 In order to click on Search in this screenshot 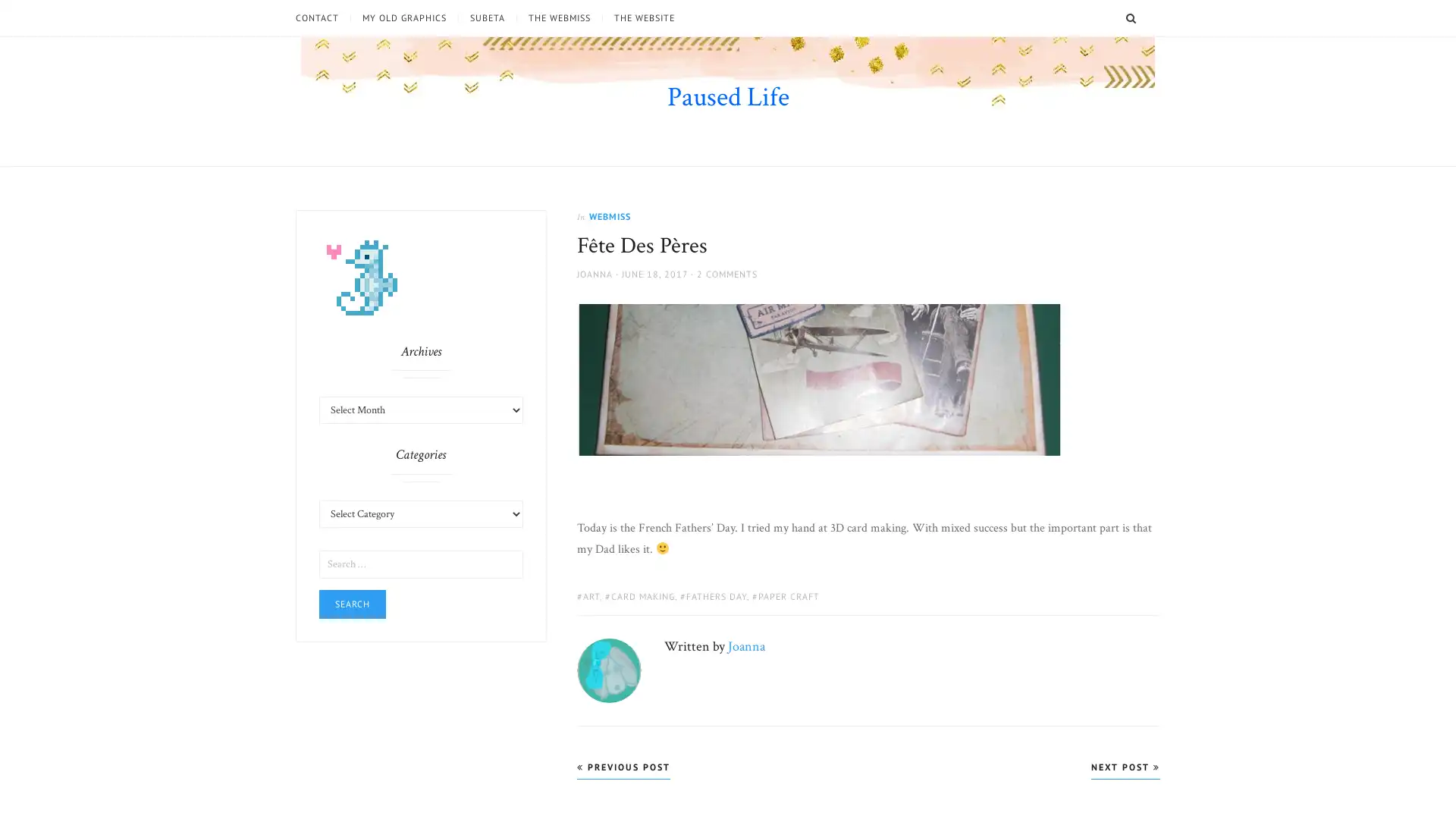, I will do `click(352, 602)`.